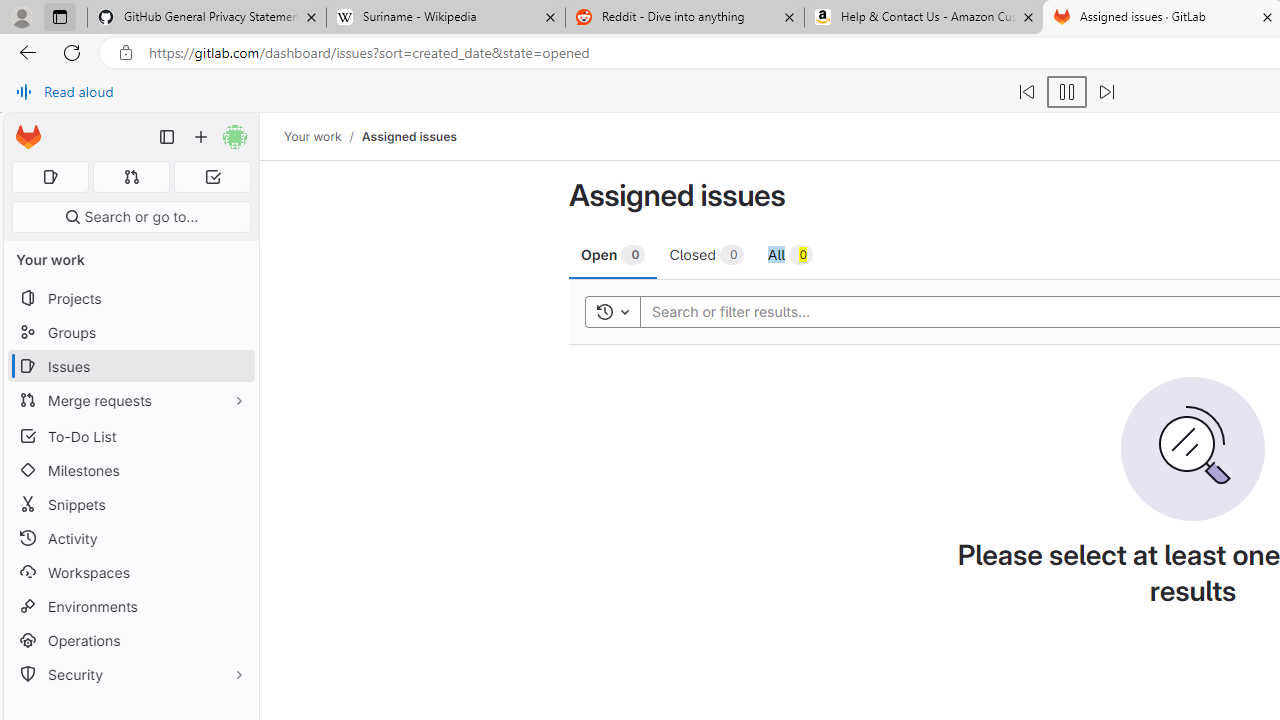 This screenshot has width=1280, height=720. I want to click on 'Environments', so click(130, 605).